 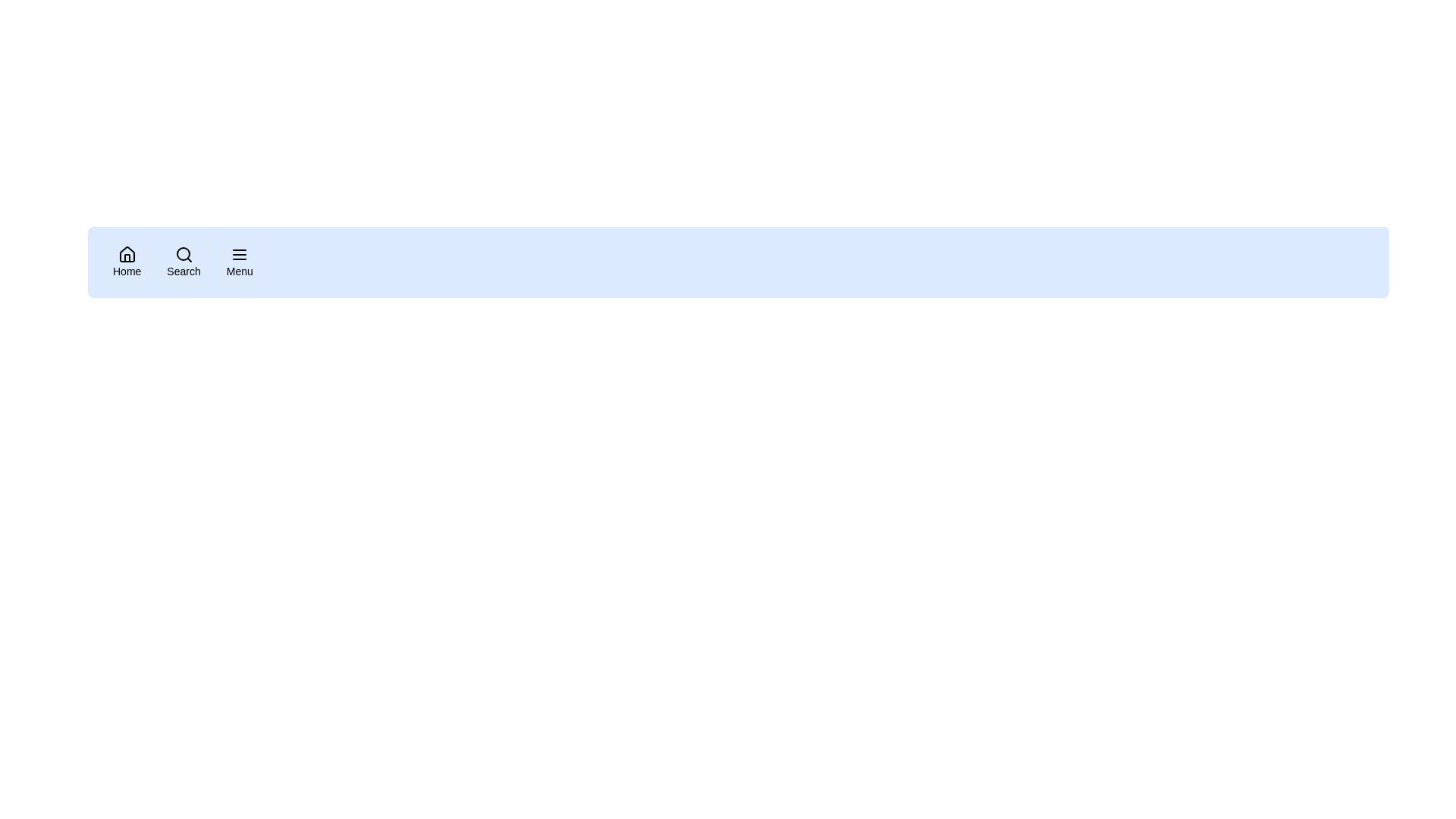 I want to click on the static text label that describes the search icon, located centrally beneath the search icon in the navigation bar, so click(x=183, y=271).